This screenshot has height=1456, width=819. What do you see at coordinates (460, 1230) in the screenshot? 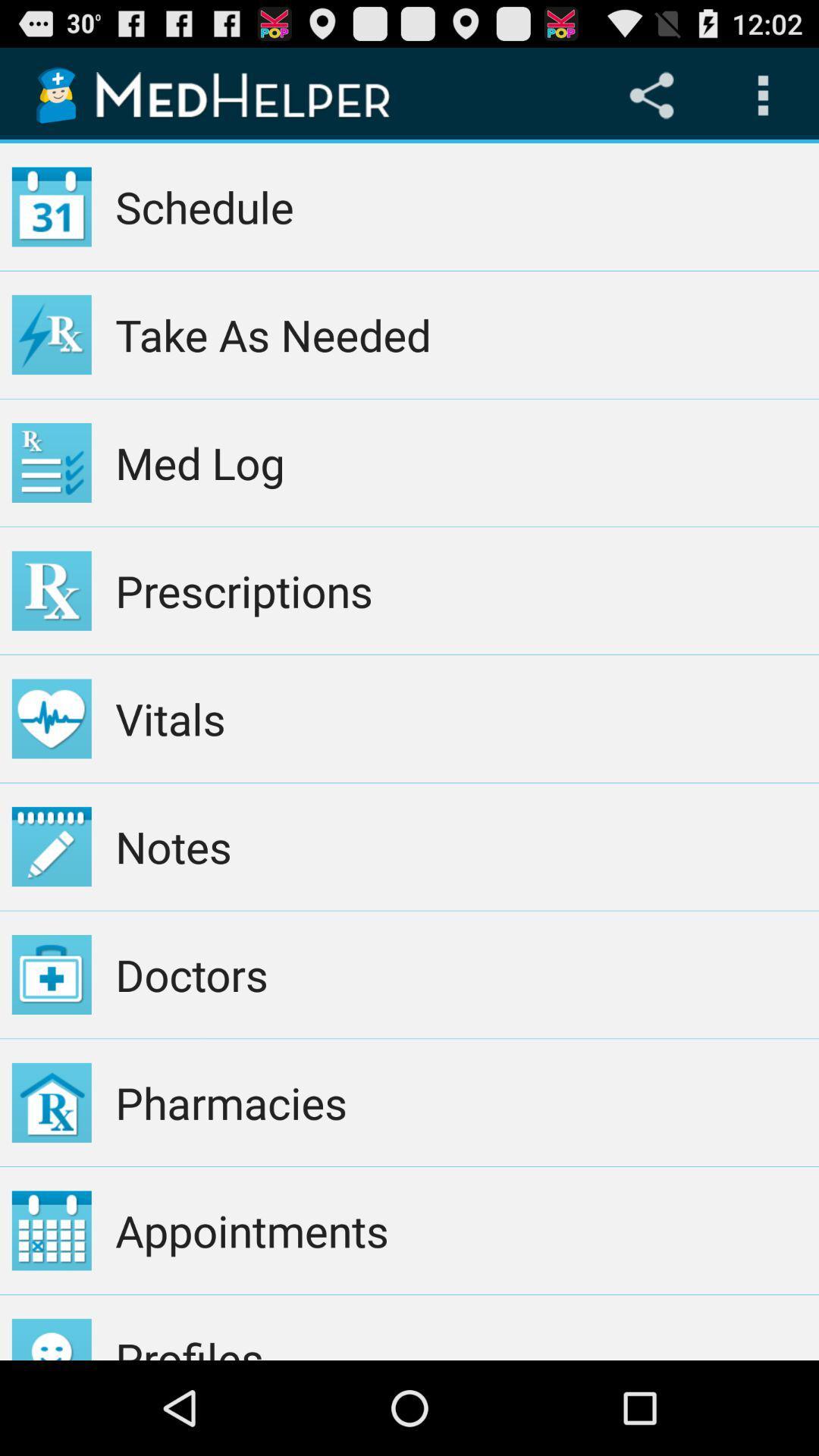
I see `the app below pharmacies item` at bounding box center [460, 1230].